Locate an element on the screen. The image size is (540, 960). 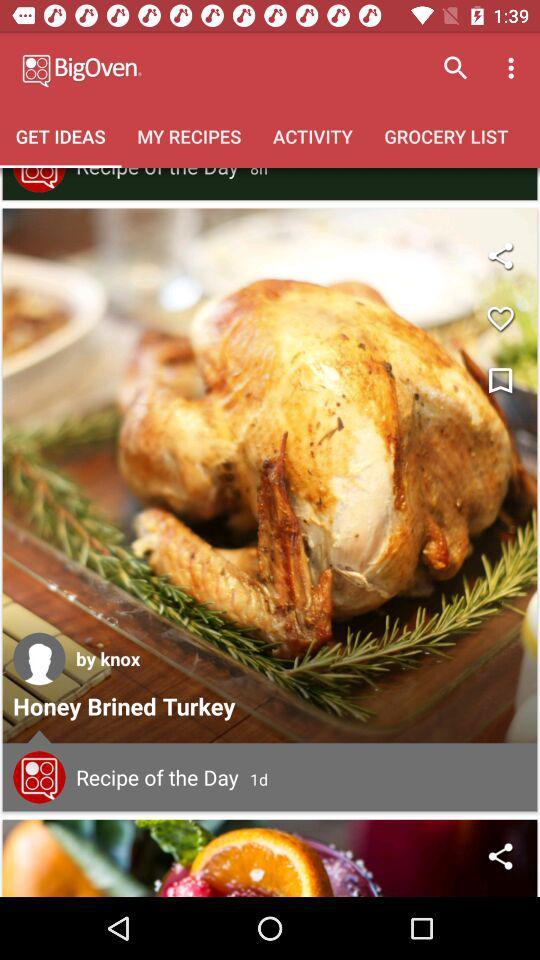
save is located at coordinates (499, 318).